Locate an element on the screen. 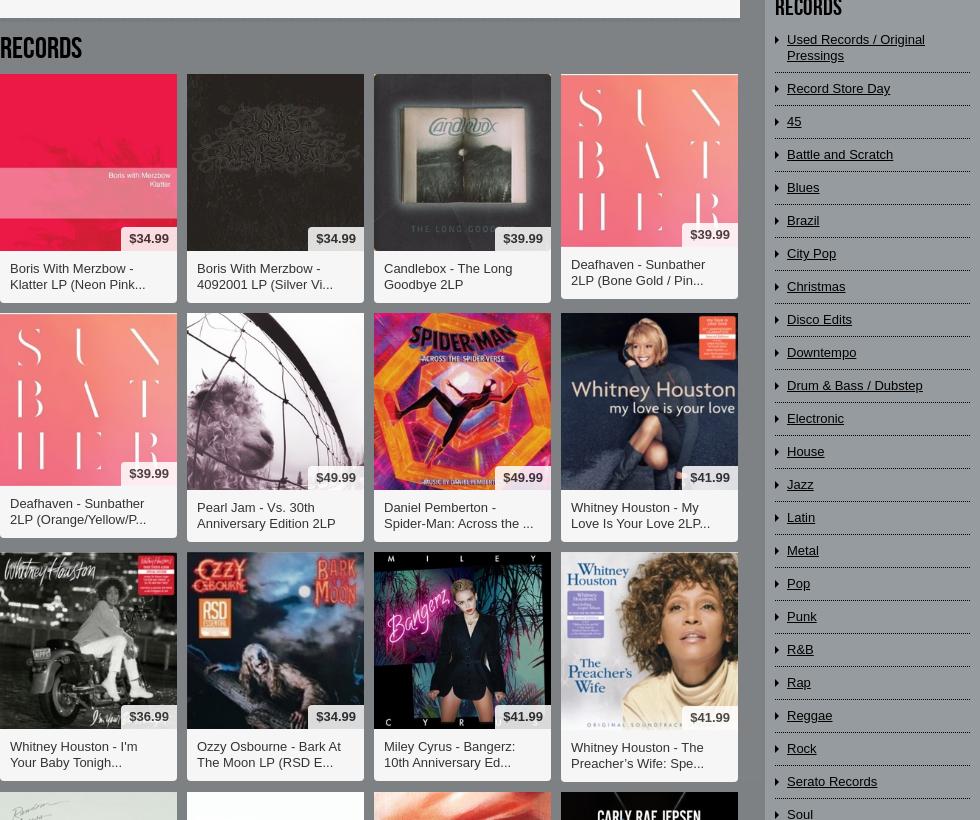 This screenshot has height=820, width=980. 'Pop' is located at coordinates (798, 583).